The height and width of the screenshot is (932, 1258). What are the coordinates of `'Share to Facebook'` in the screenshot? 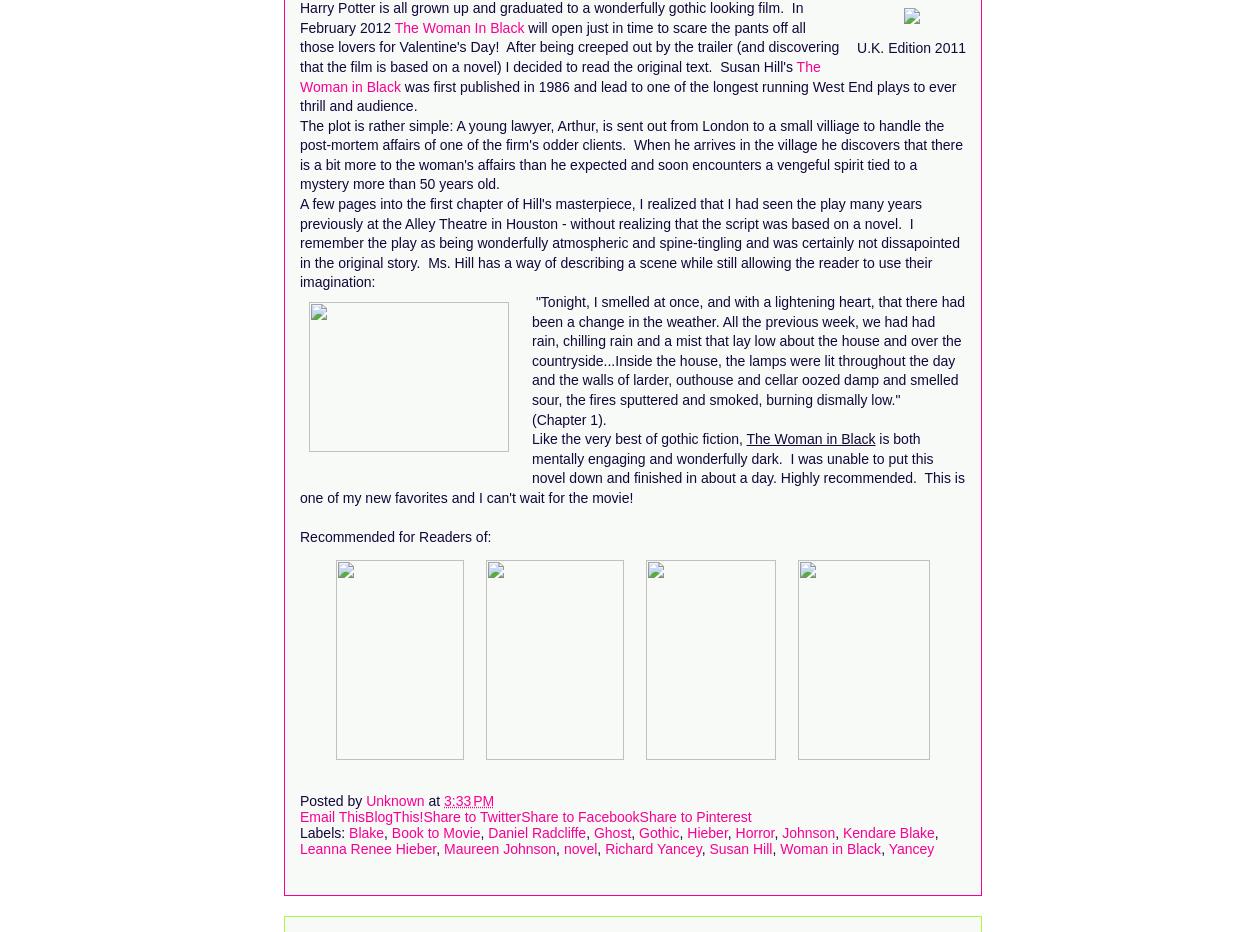 It's located at (519, 815).